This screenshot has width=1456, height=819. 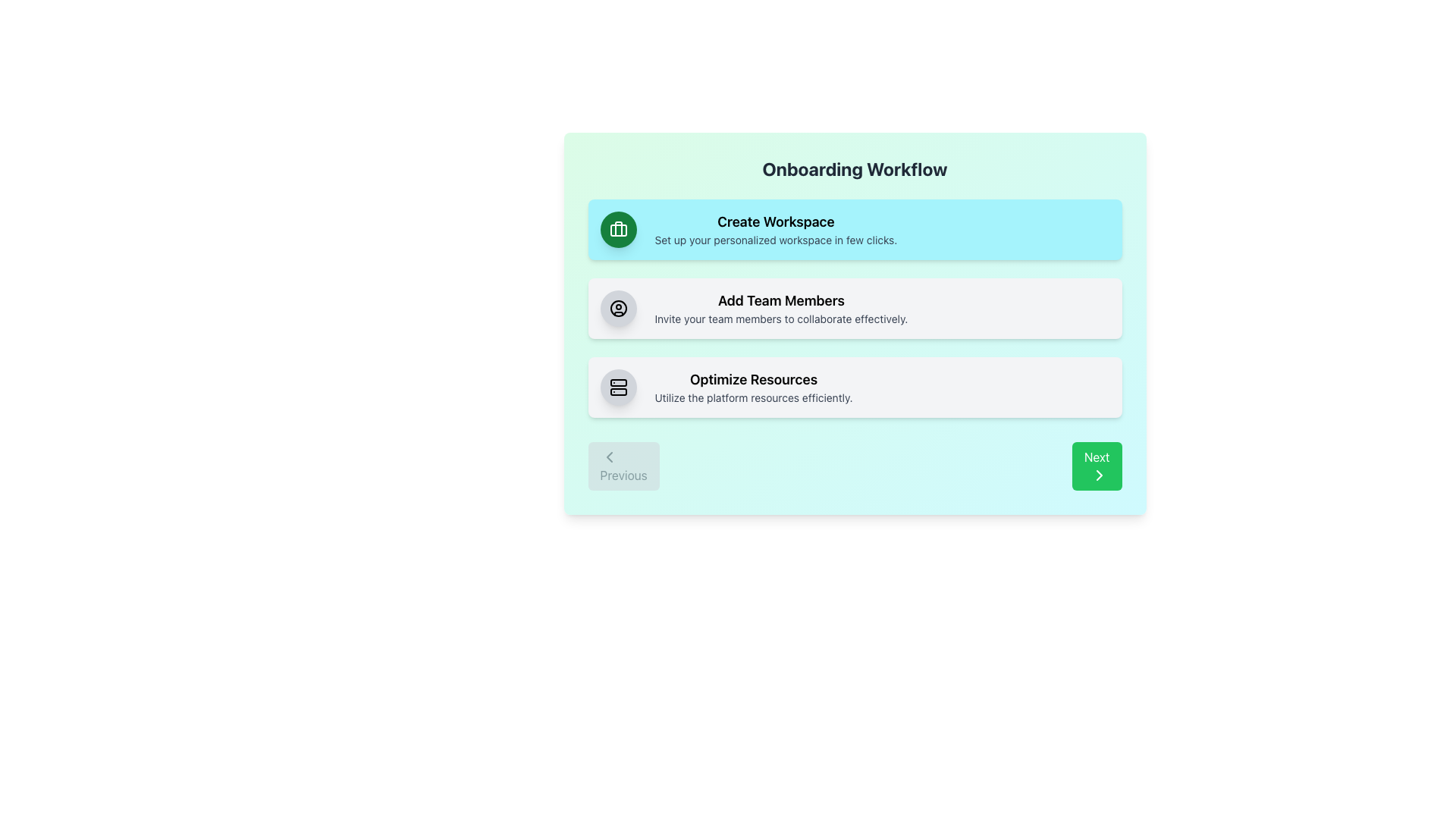 I want to click on text 'Set up your personalized workspace in few clicks.' which is styled with a small, gray font and located below the 'Create Workspace' text in the light blue card-like section of the 'Onboarding Workflow' interface, so click(x=776, y=239).